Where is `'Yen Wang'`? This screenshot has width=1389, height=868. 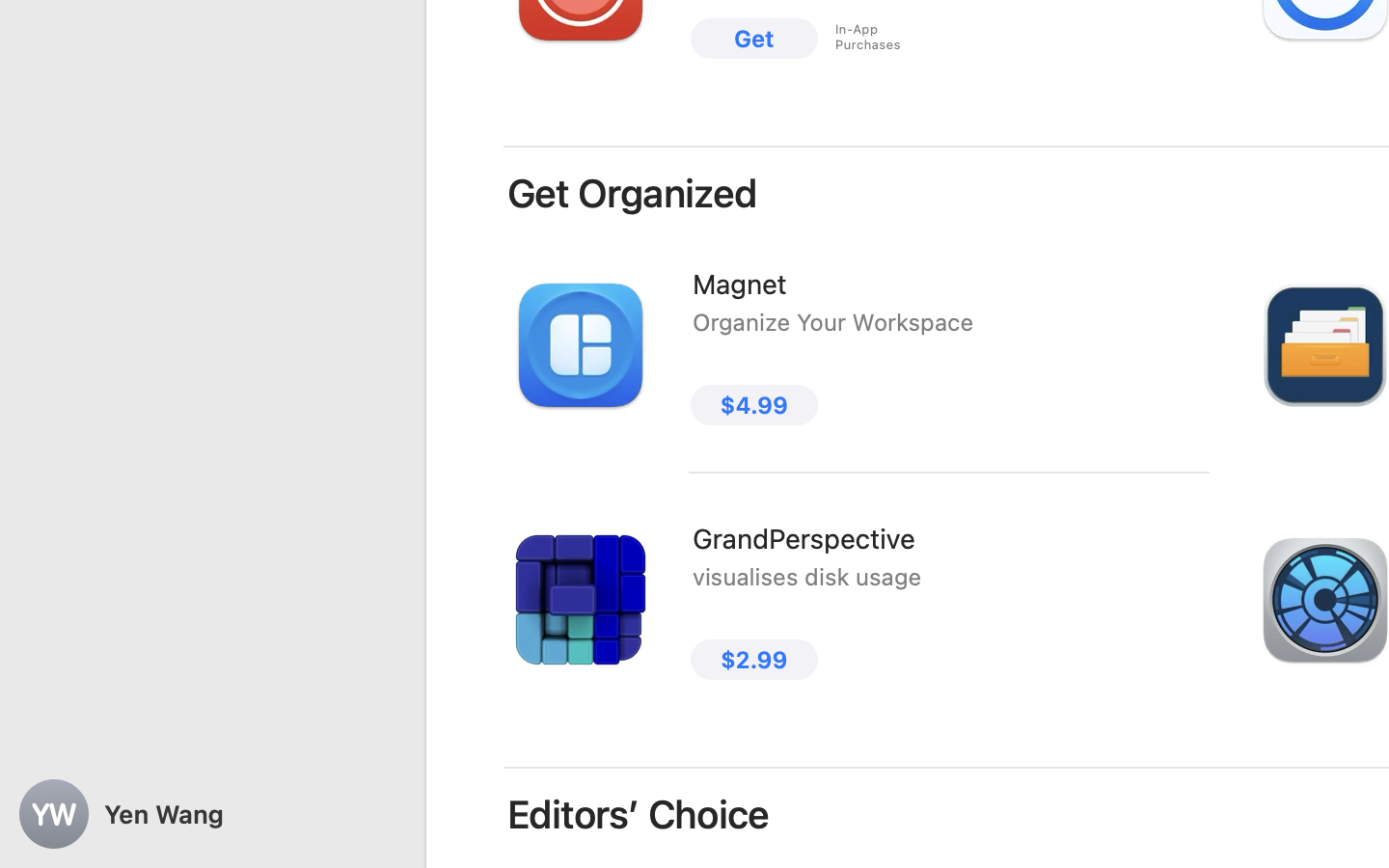
'Yen Wang' is located at coordinates (212, 814).